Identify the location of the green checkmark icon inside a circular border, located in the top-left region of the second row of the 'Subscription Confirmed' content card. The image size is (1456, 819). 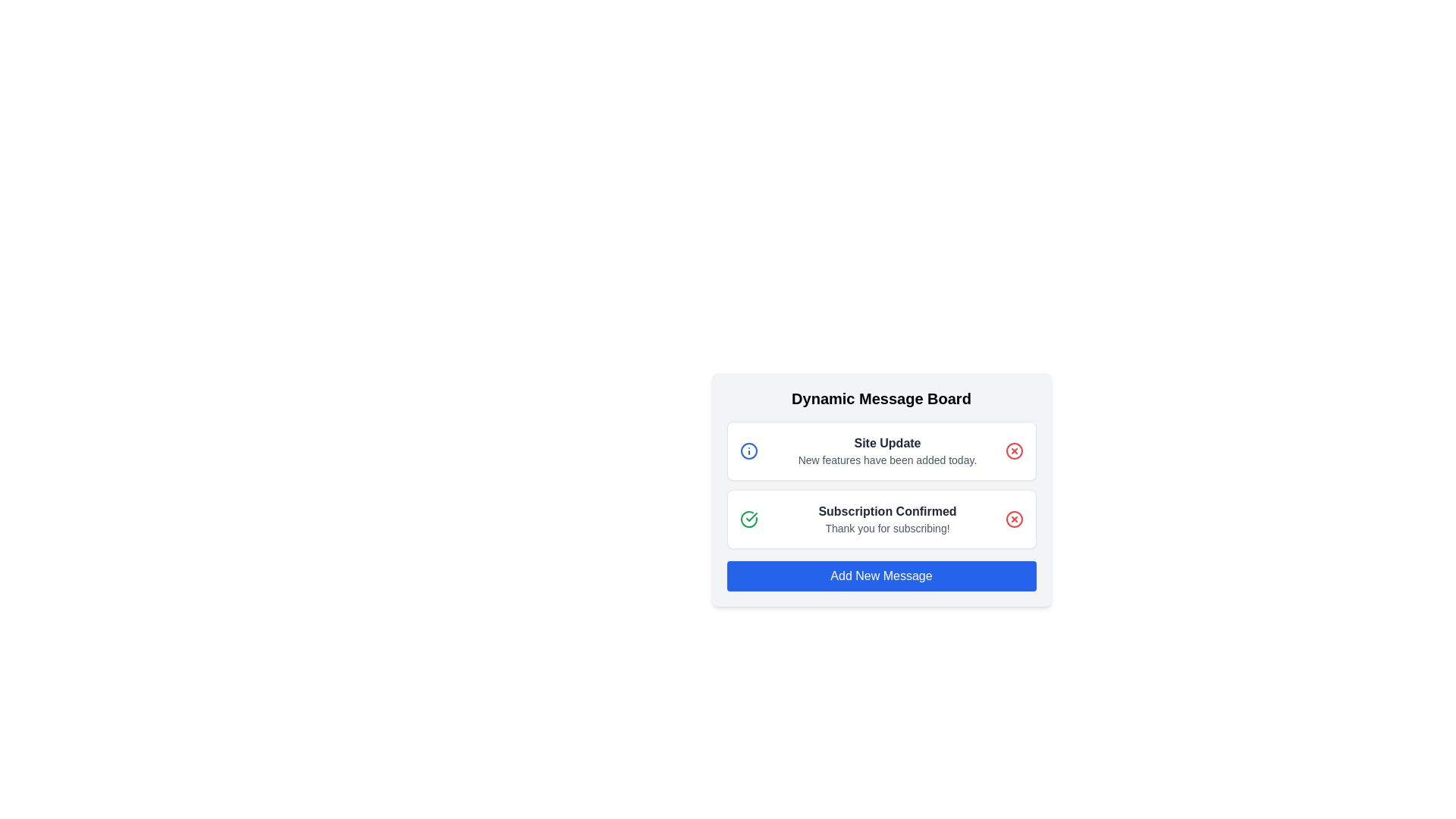
(748, 519).